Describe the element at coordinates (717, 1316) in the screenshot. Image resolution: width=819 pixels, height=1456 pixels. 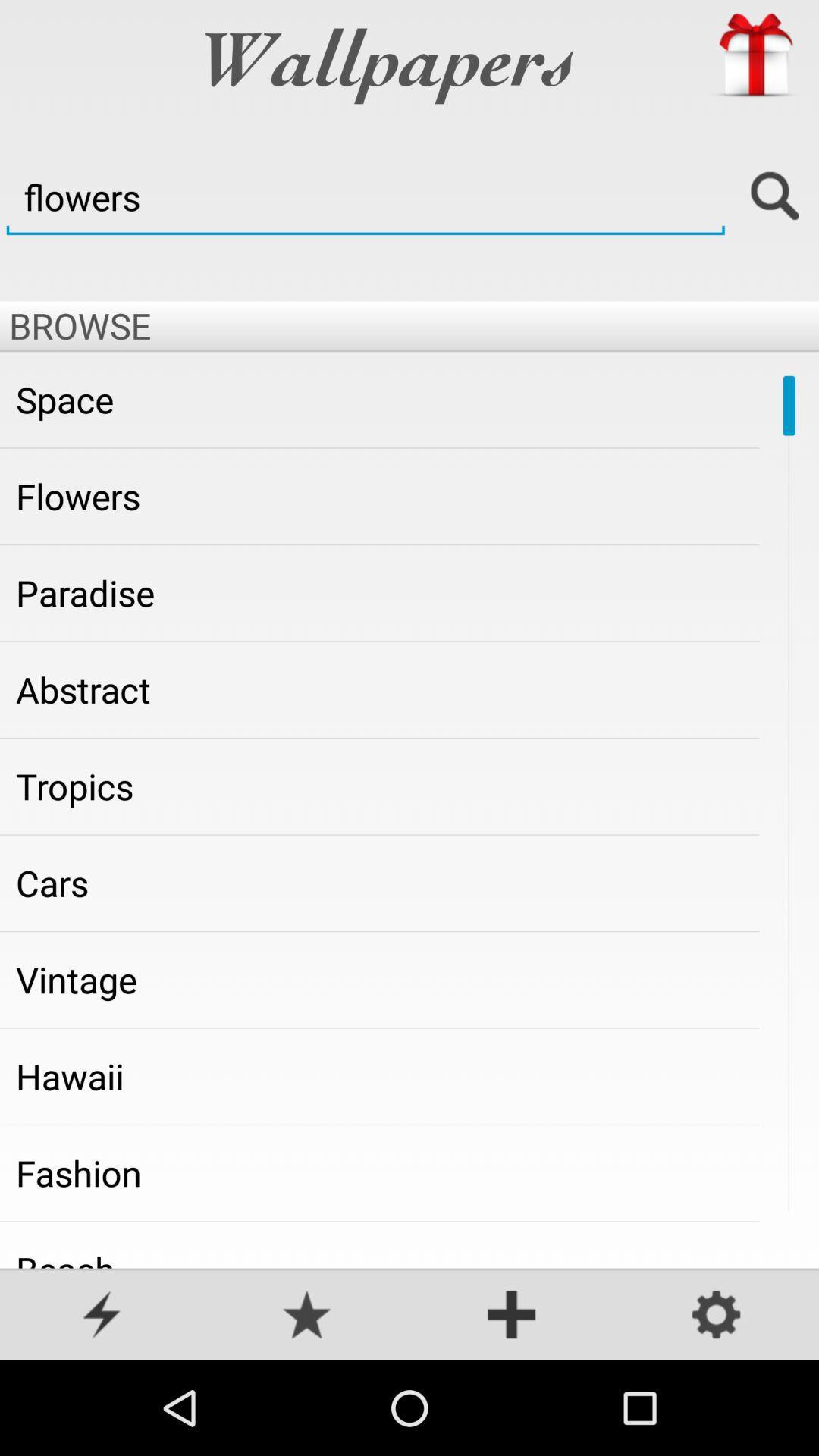
I see `setting page` at that location.